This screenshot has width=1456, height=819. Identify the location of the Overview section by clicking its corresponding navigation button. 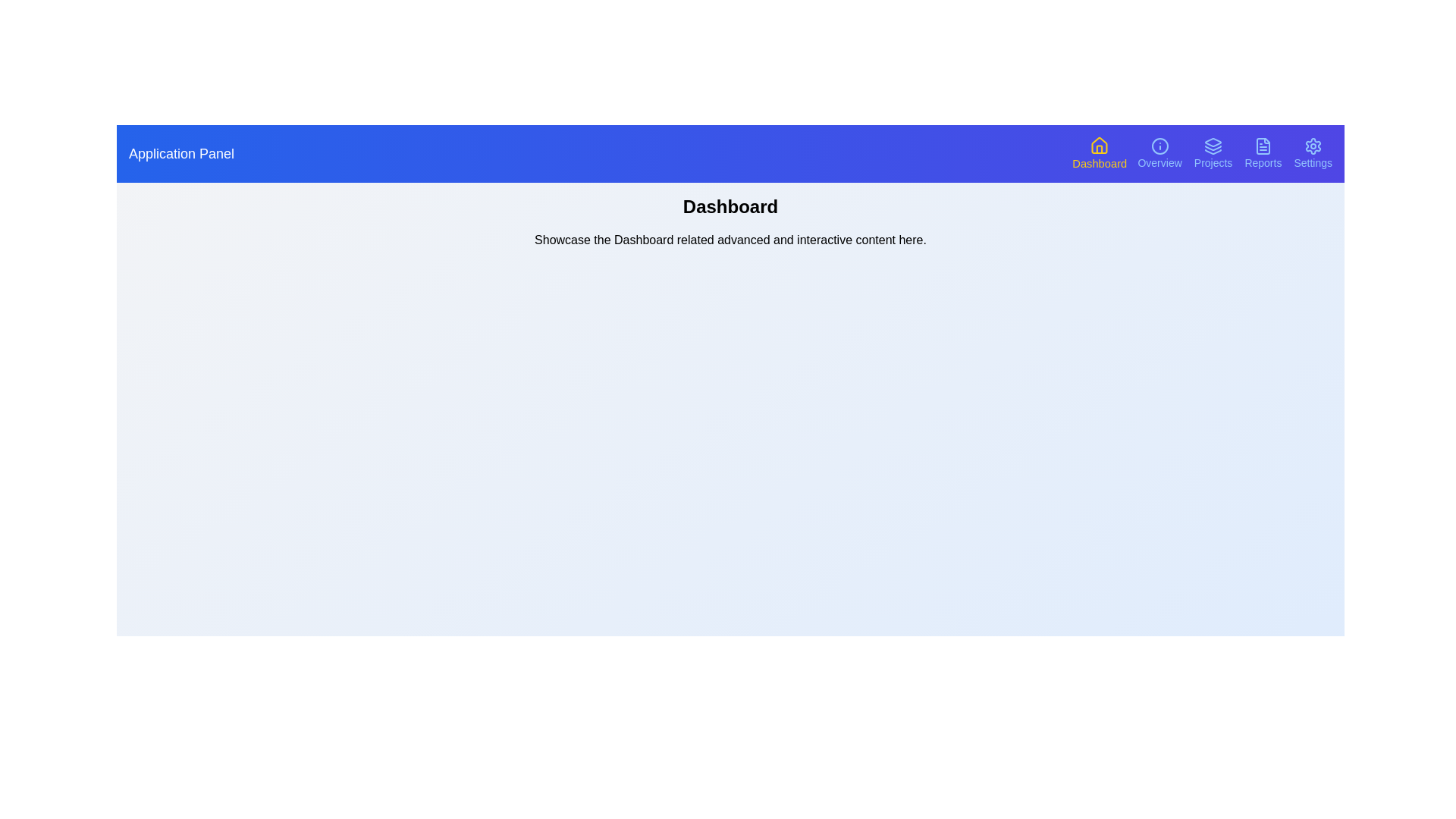
(1159, 154).